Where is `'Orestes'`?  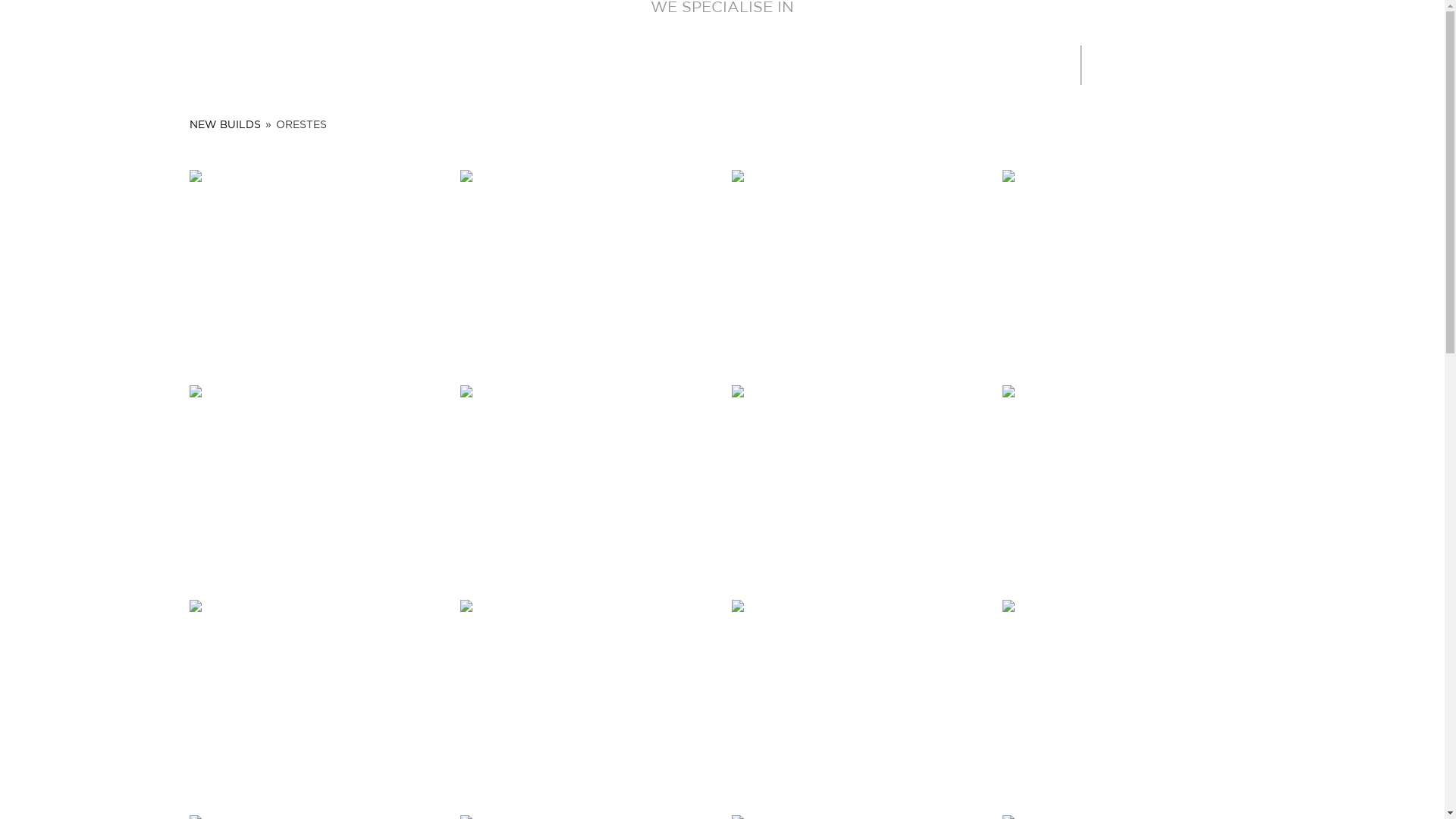 'Orestes' is located at coordinates (188, 267).